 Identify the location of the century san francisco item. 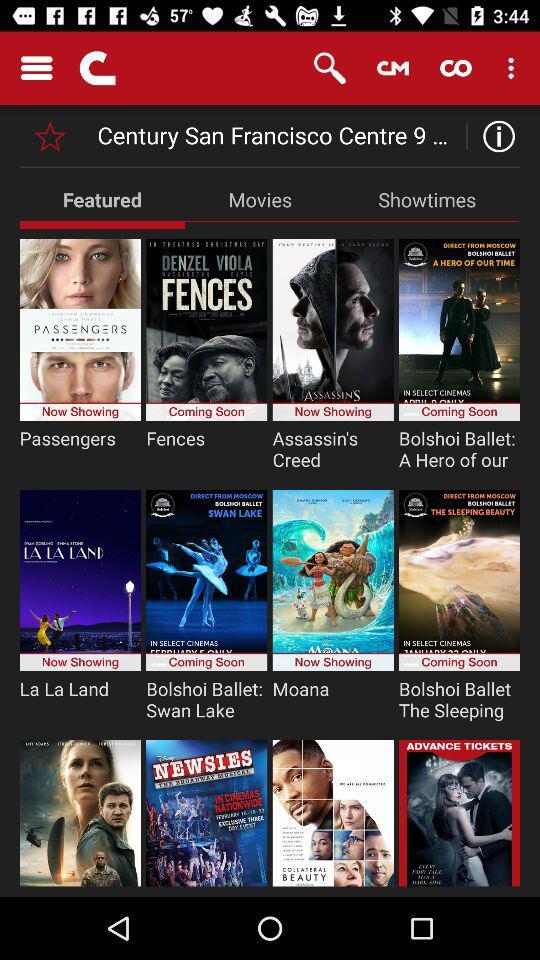
(278, 135).